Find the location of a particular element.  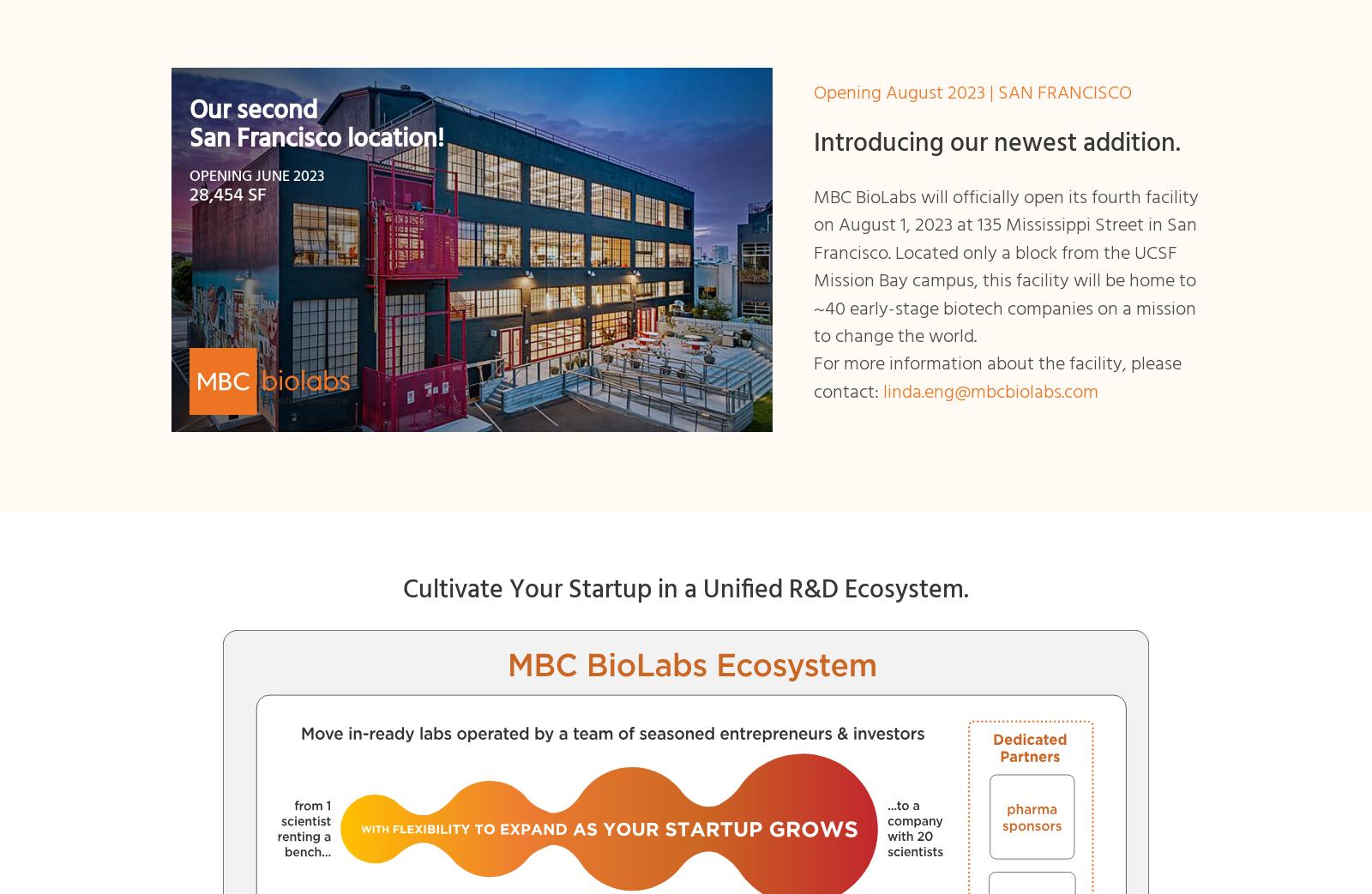

'OPENING JUNE 2023' is located at coordinates (189, 174).